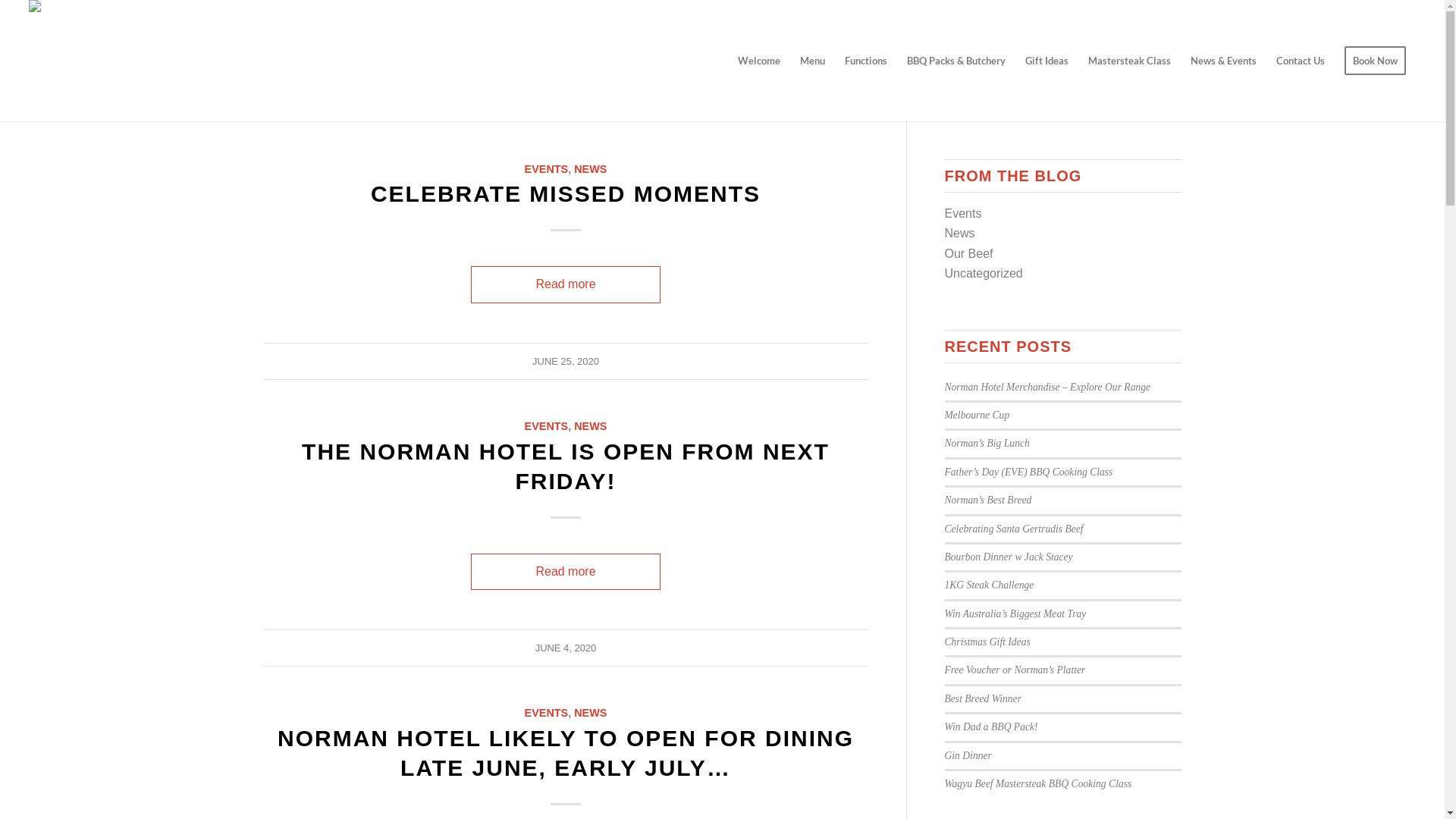 Image resolution: width=1456 pixels, height=819 pixels. I want to click on 'Menu', so click(811, 60).